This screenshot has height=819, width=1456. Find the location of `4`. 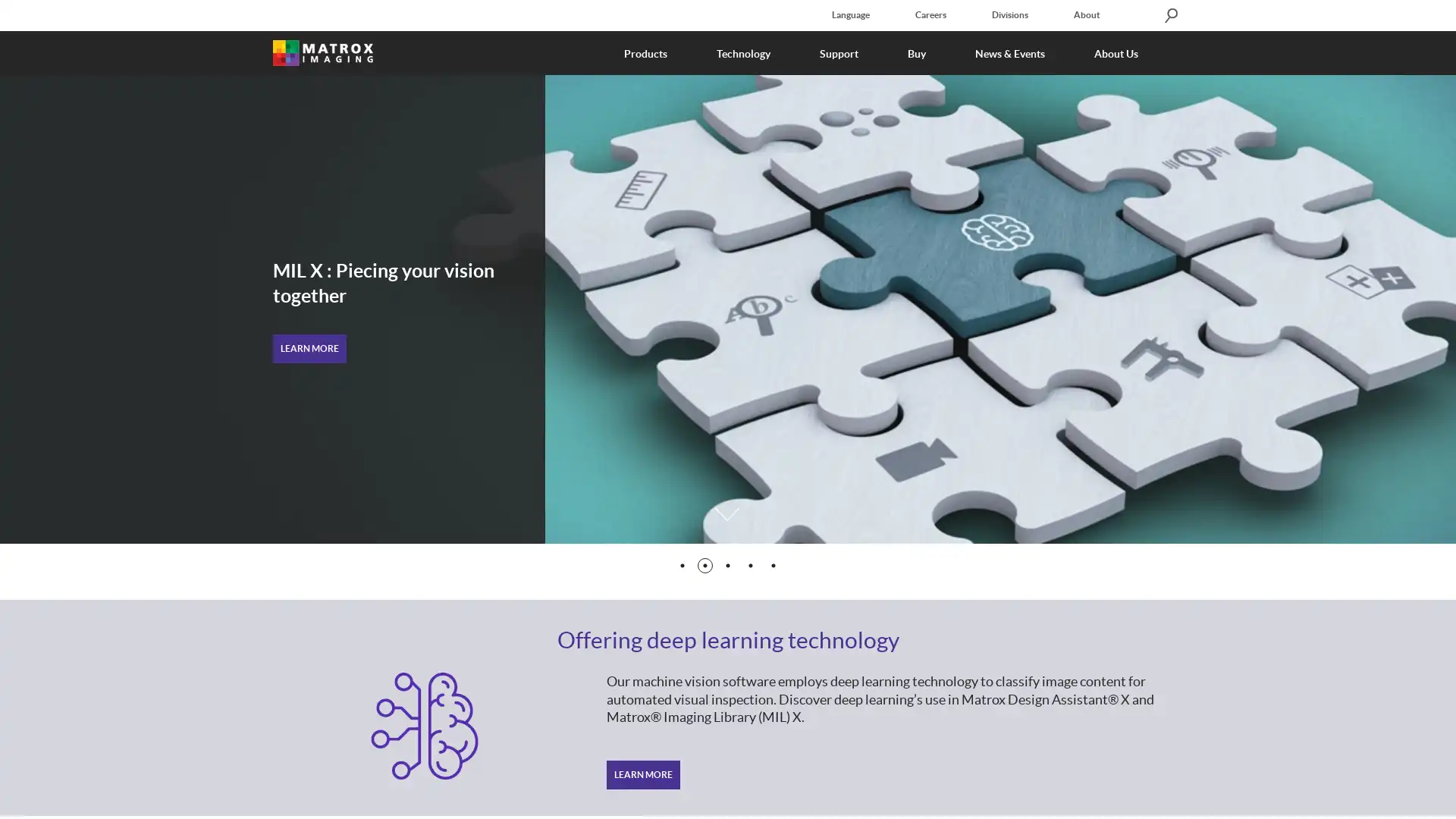

4 is located at coordinates (750, 565).